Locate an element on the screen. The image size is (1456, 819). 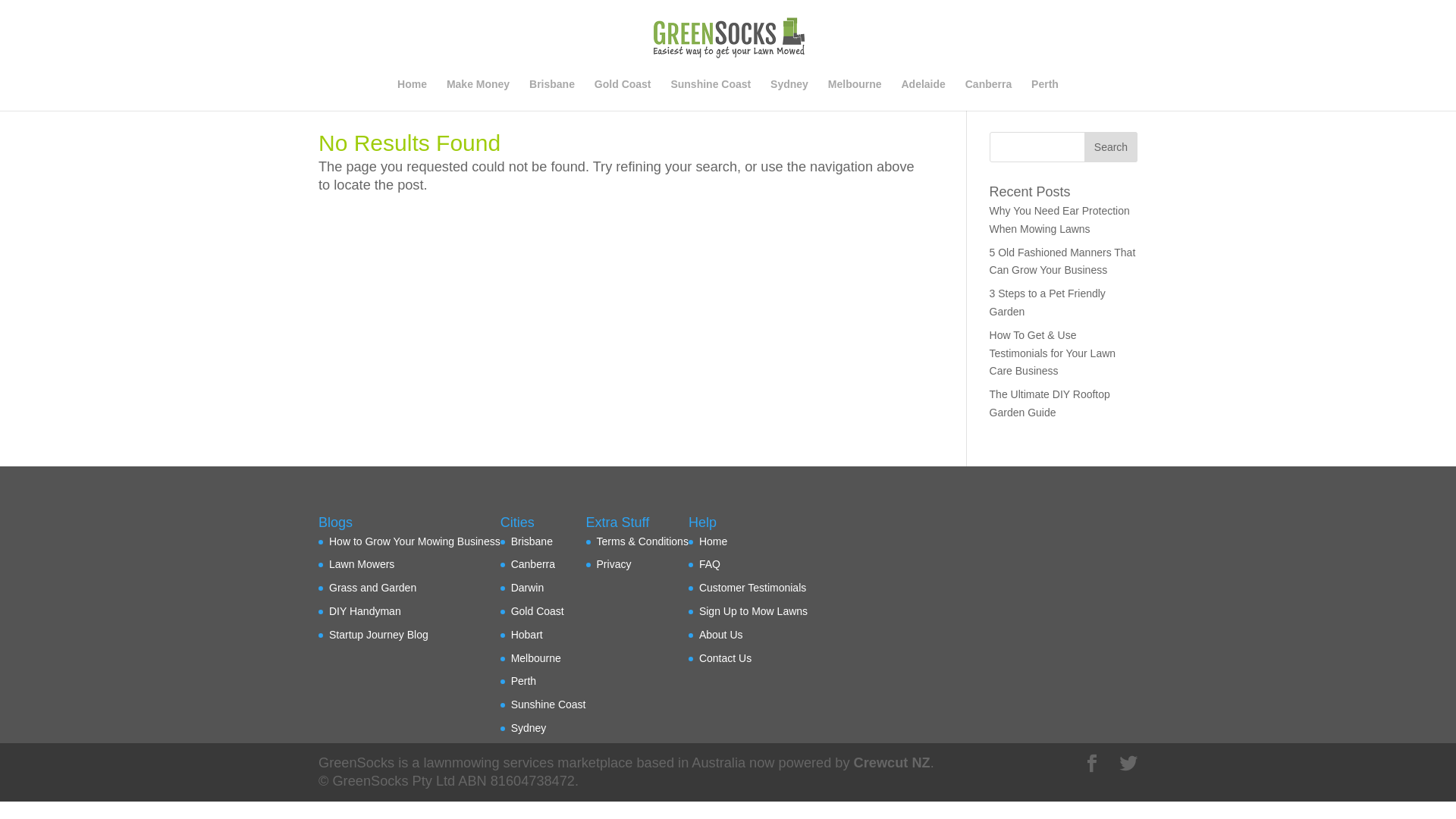
'Sunshine Coast' is located at coordinates (548, 704).